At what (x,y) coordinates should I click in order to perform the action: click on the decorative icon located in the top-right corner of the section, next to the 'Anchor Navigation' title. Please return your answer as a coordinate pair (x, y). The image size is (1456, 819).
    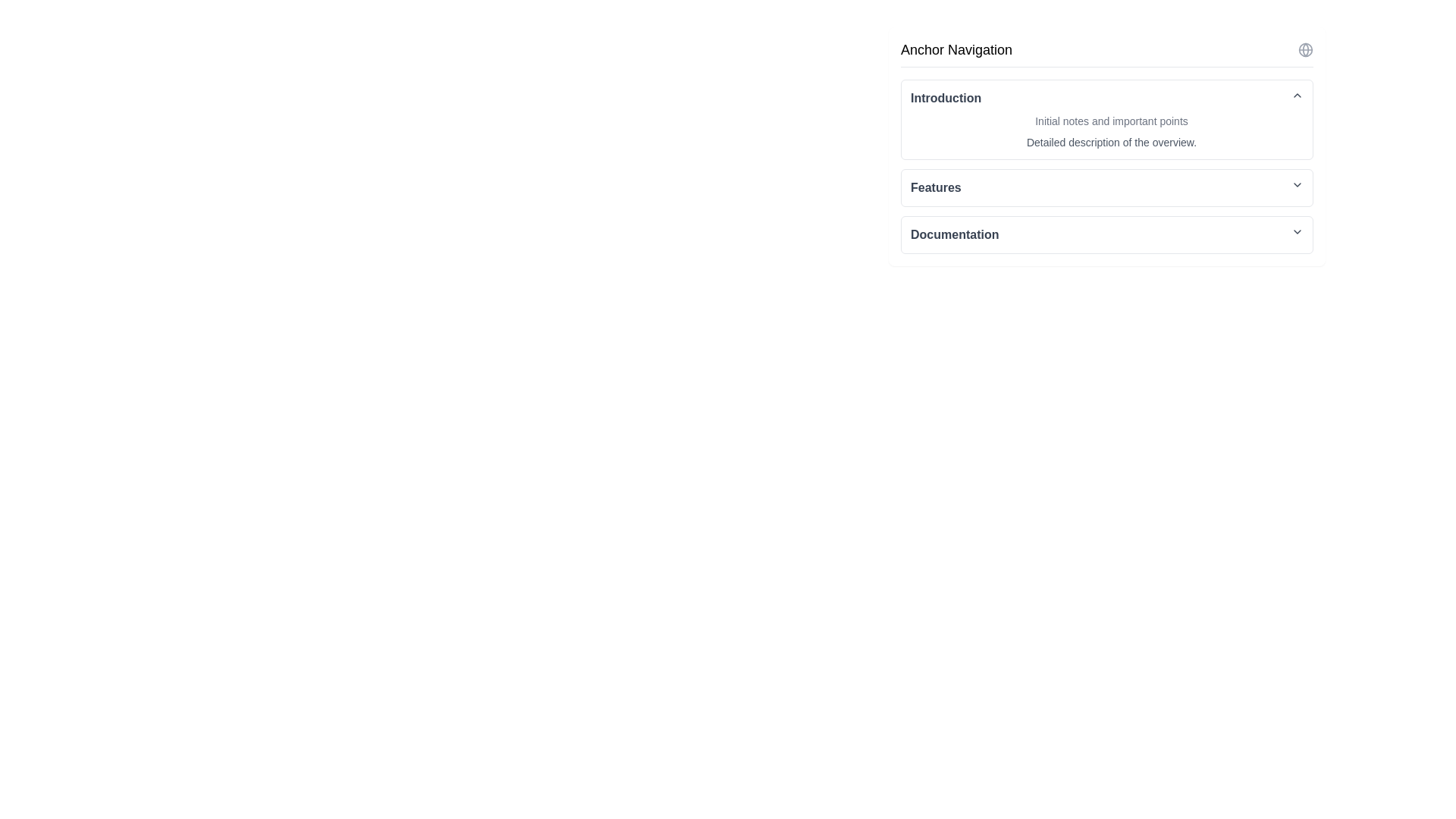
    Looking at the image, I should click on (1305, 49).